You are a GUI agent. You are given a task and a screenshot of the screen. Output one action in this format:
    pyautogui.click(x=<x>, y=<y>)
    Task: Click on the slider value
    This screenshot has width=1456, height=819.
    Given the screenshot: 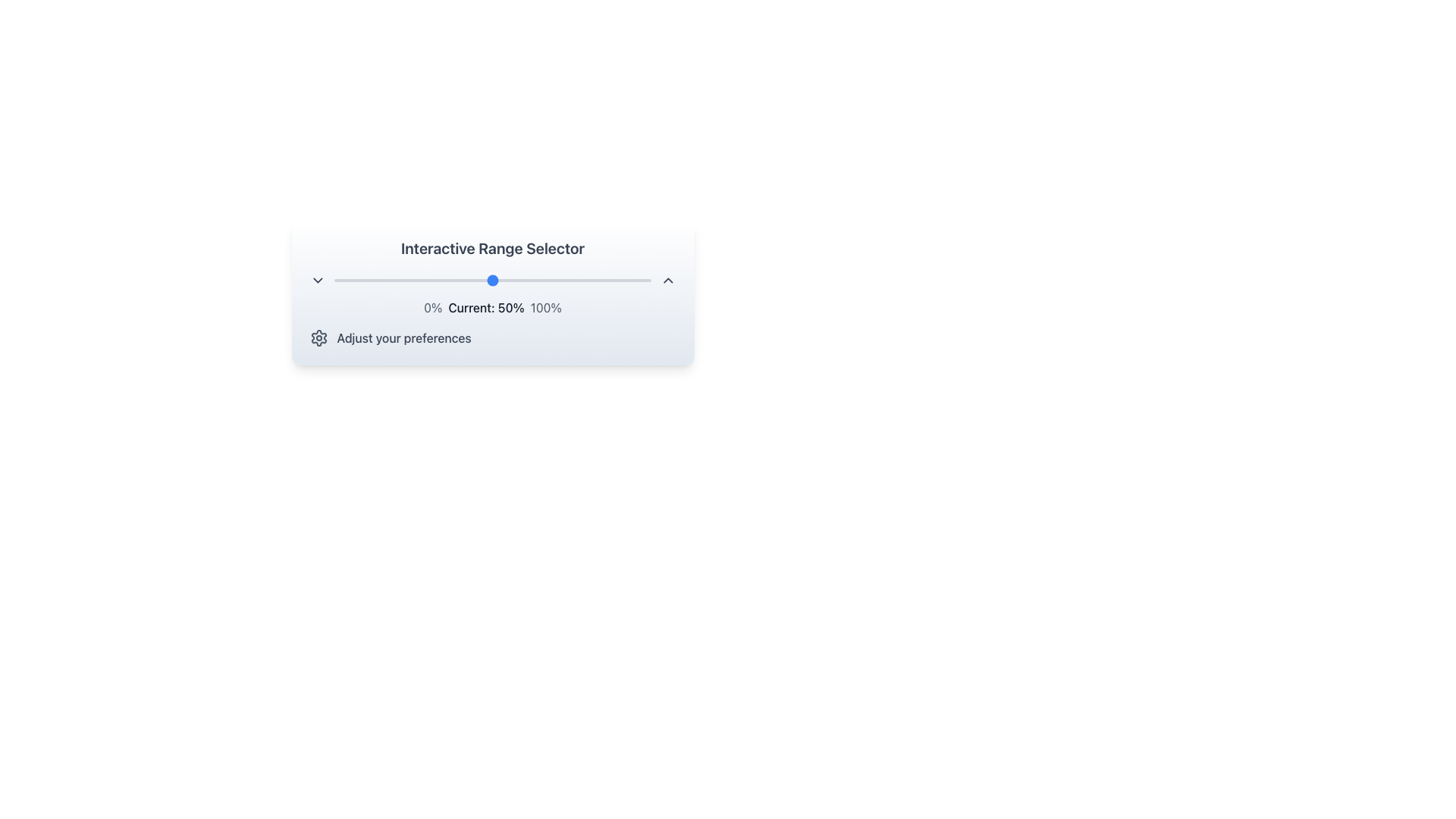 What is the action you would take?
    pyautogui.click(x=416, y=281)
    